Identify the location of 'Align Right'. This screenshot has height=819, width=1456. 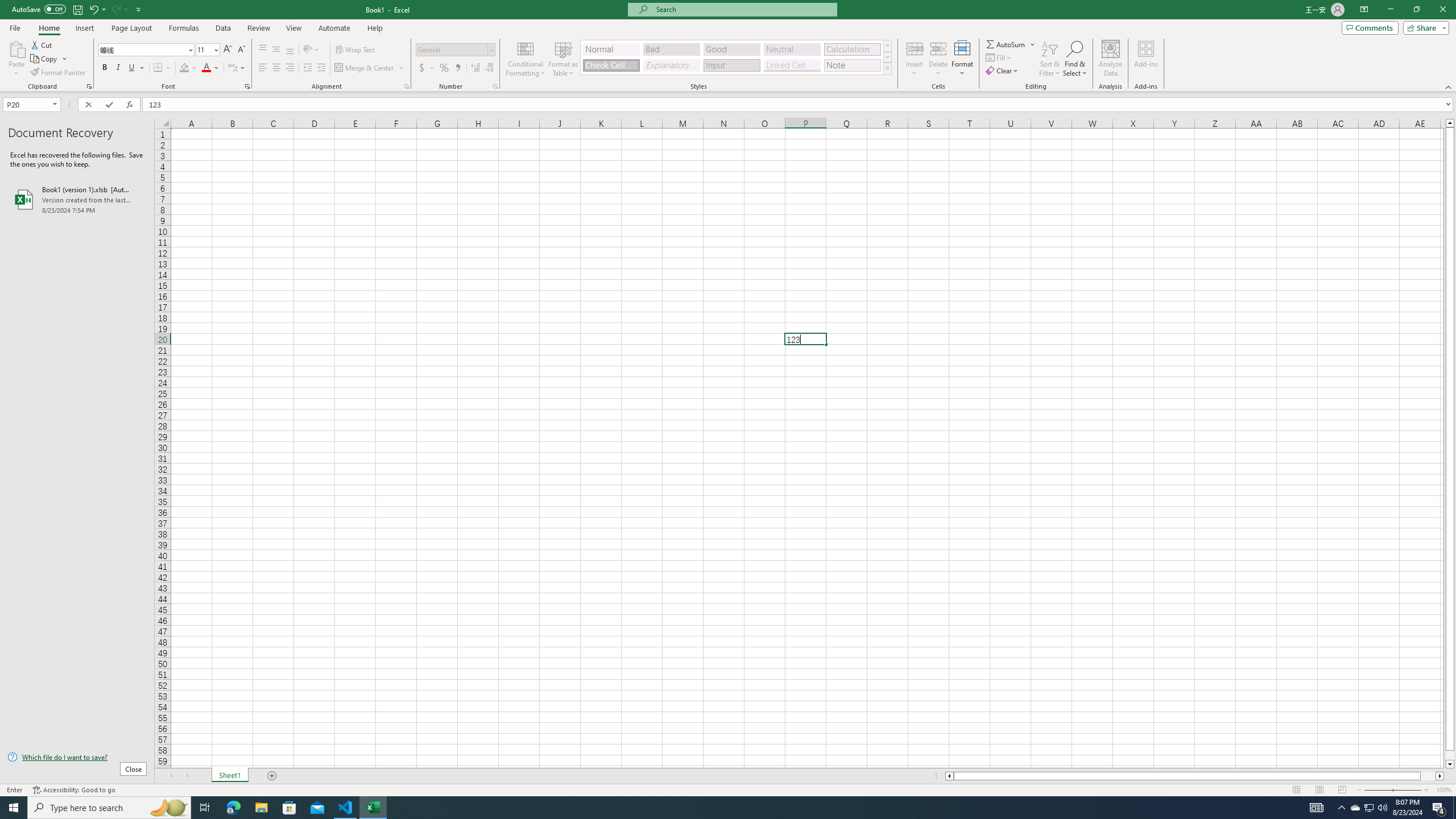
(289, 67).